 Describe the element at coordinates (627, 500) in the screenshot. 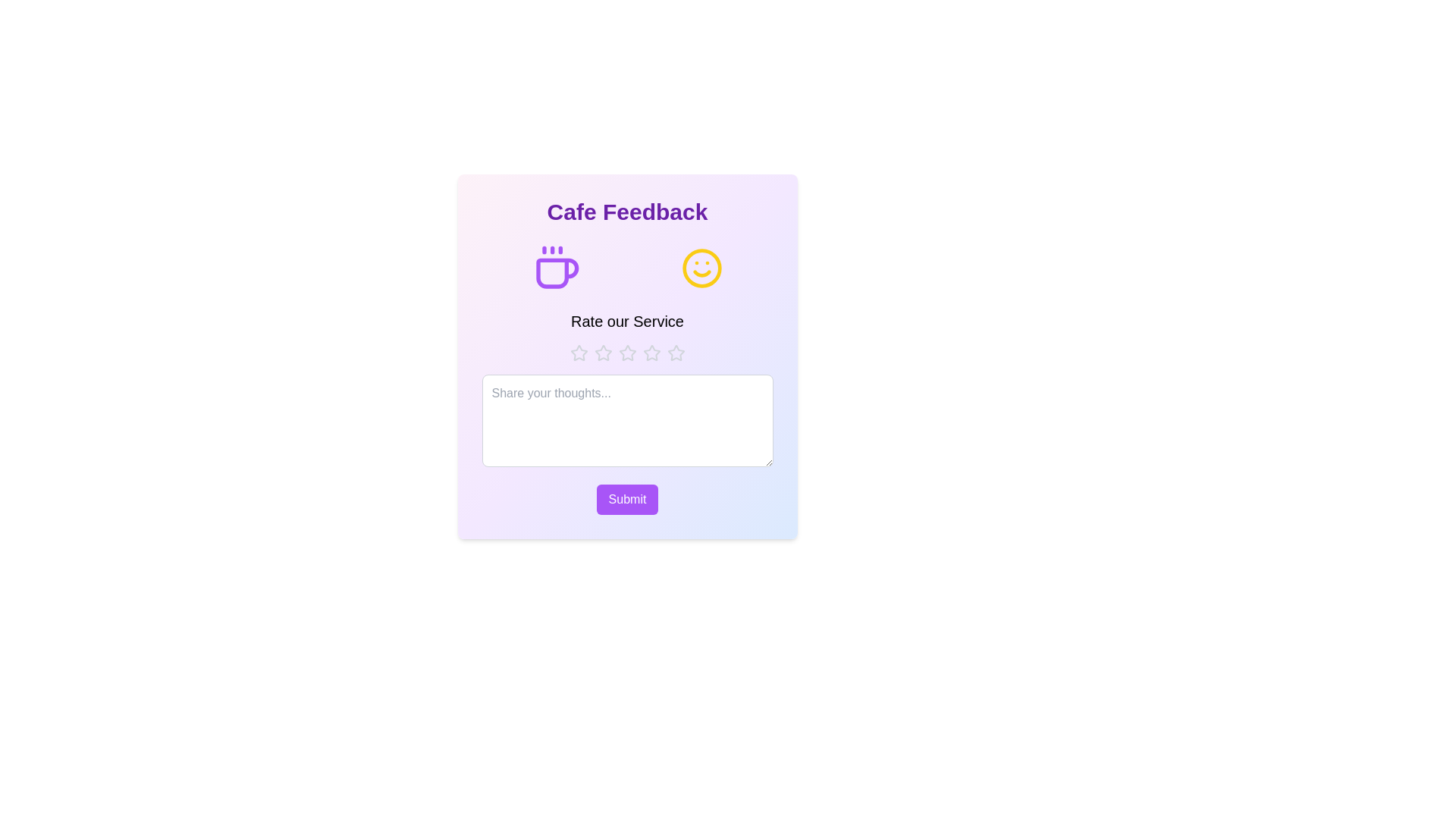

I see `submit button to send feedback` at that location.